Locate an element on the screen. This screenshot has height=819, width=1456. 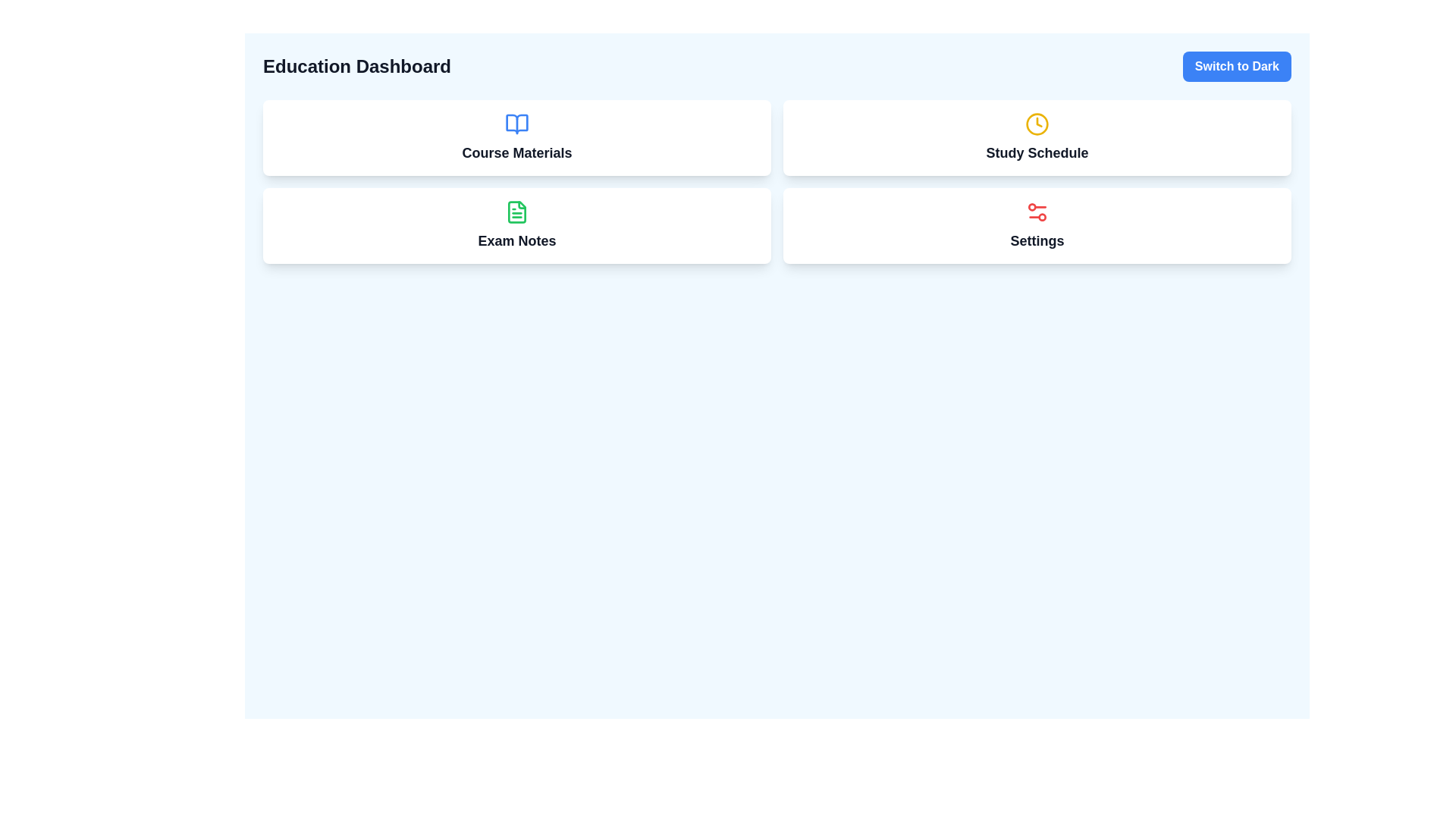
the visual appearance of the 'Exam Notes' icon, which is centered at the top of the 'Exam Notes' section in the bottom-left quadrant of the main grid is located at coordinates (516, 212).